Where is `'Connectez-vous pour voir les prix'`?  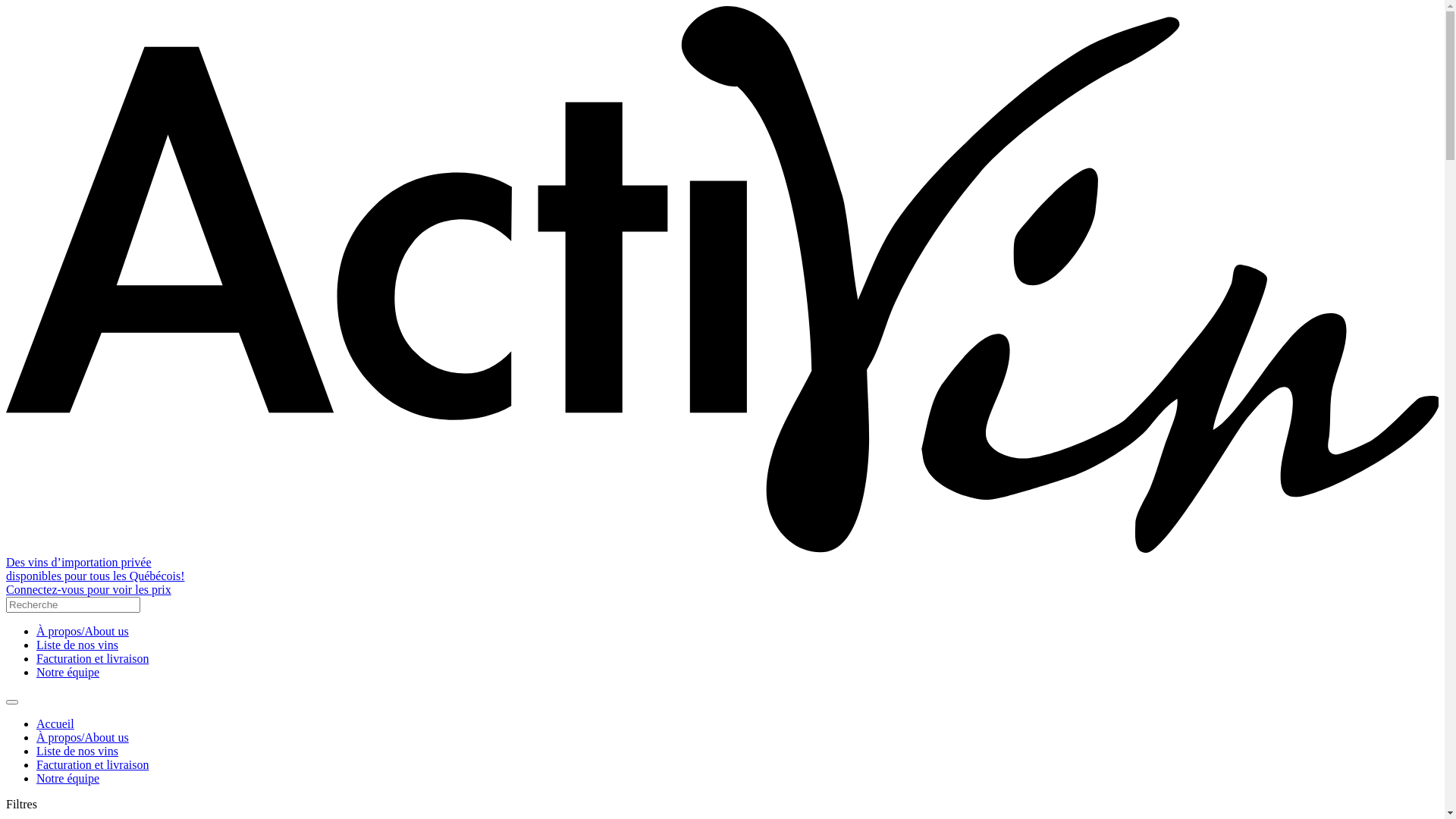
'Connectez-vous pour voir les prix' is located at coordinates (87, 588).